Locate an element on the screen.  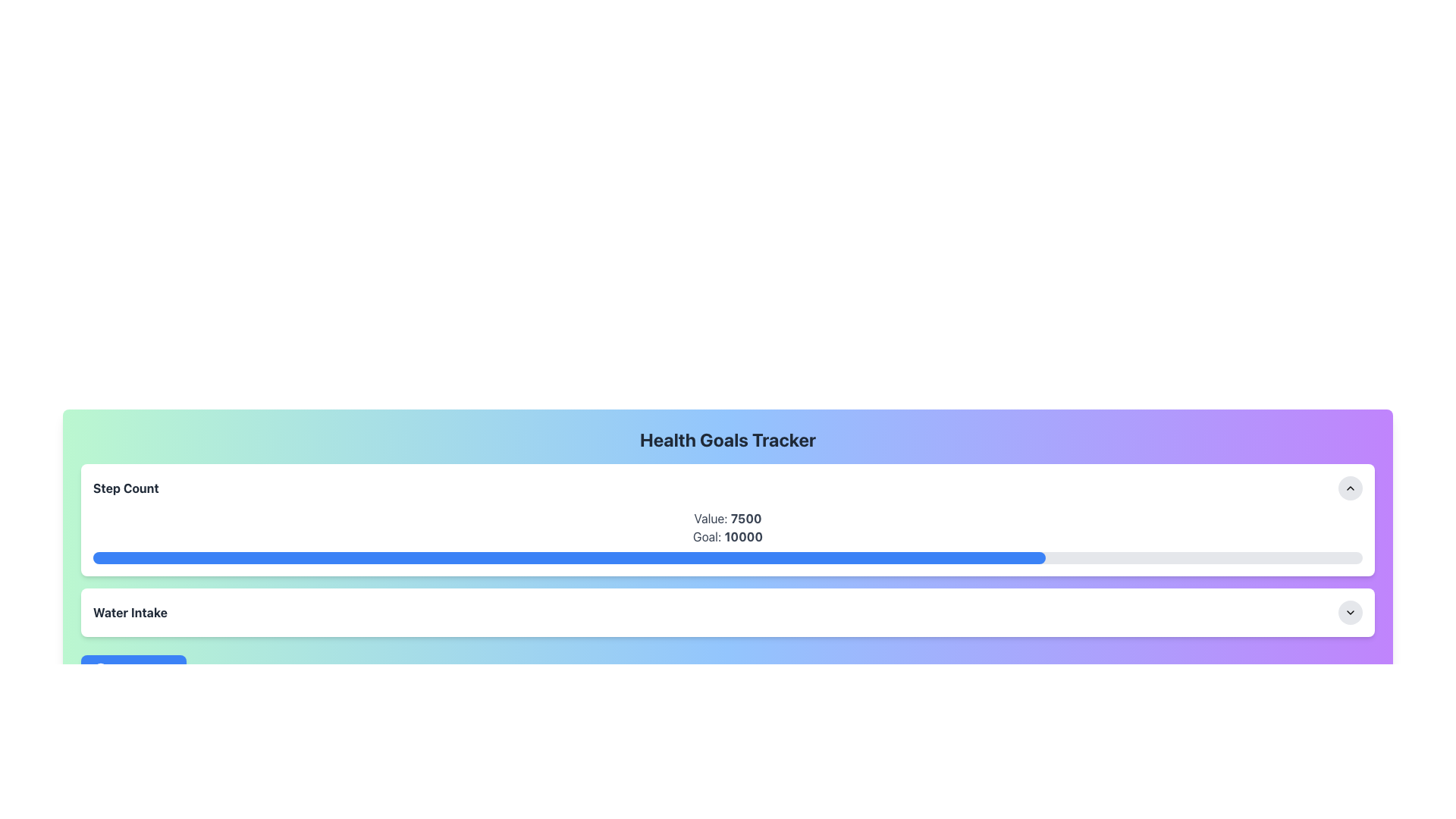
the 'Add Metric' button located at the bottom of the 'Health Goals Tracker' panel, just below the 'Water Intake' section is located at coordinates (133, 669).